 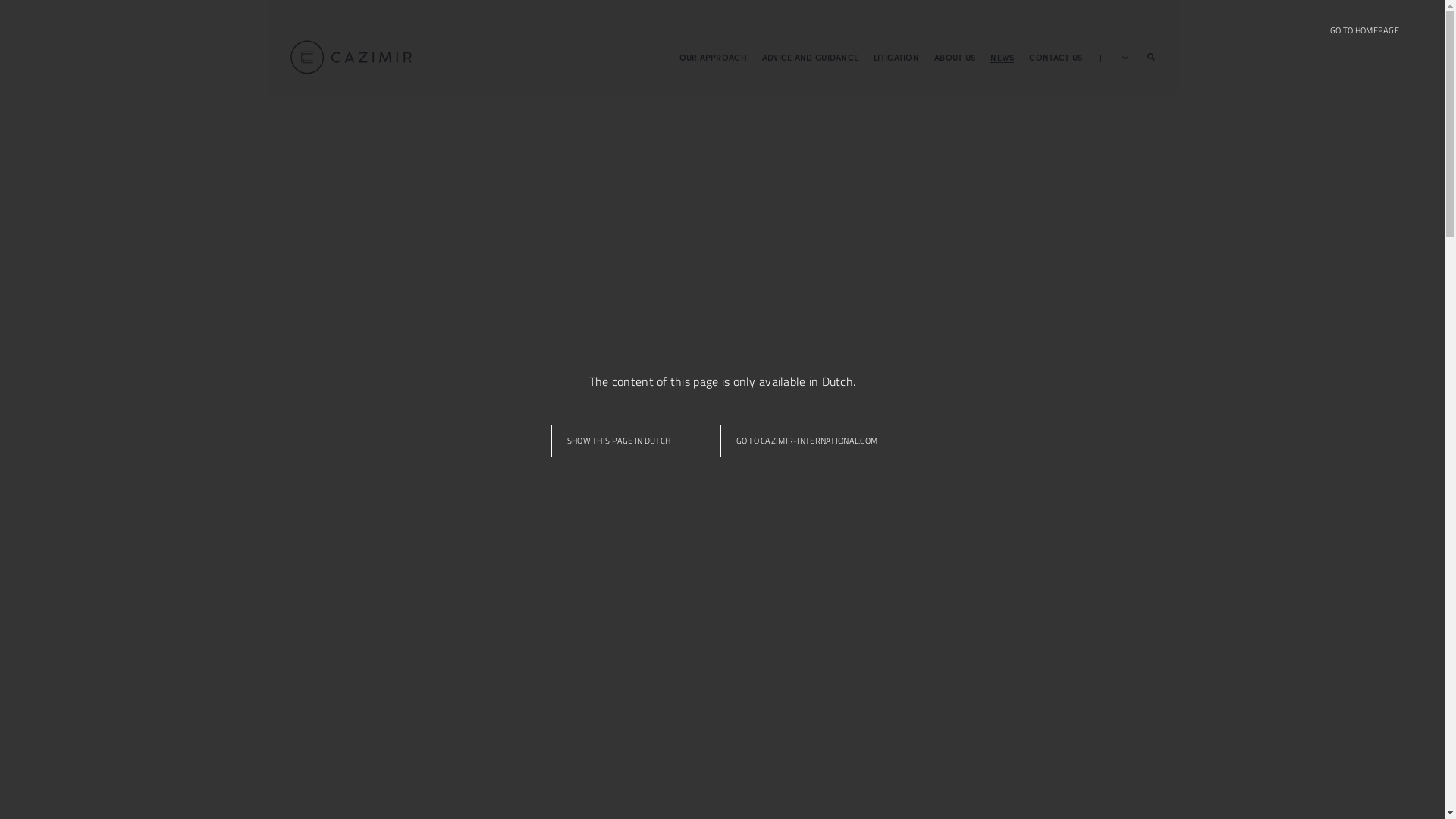 I want to click on 'ADVICE AND GUIDANCE', so click(x=809, y=55).